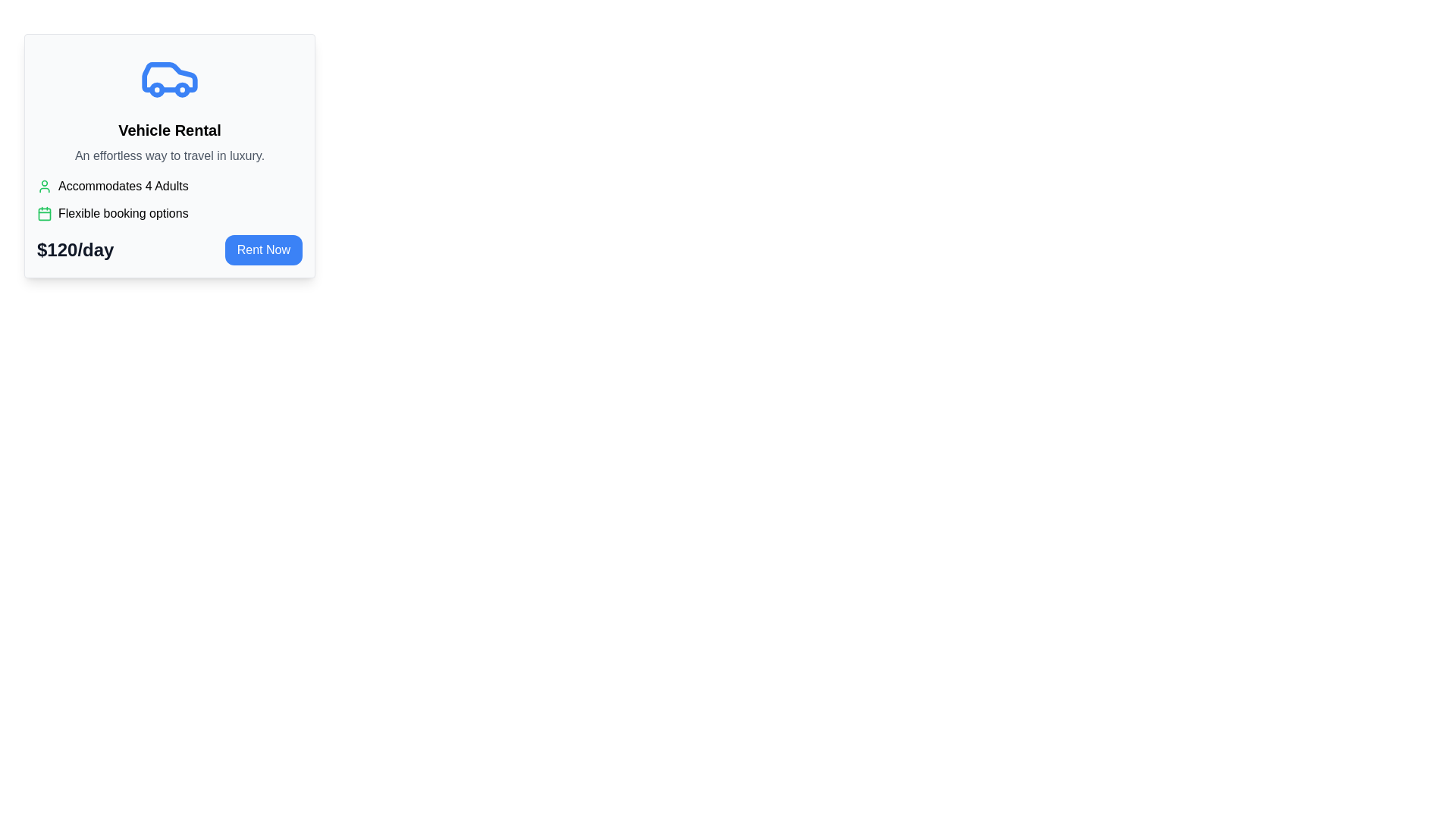  I want to click on the central part of the car shape in the vehicle rental service icon, located in the upper section of the information card, so click(170, 77).